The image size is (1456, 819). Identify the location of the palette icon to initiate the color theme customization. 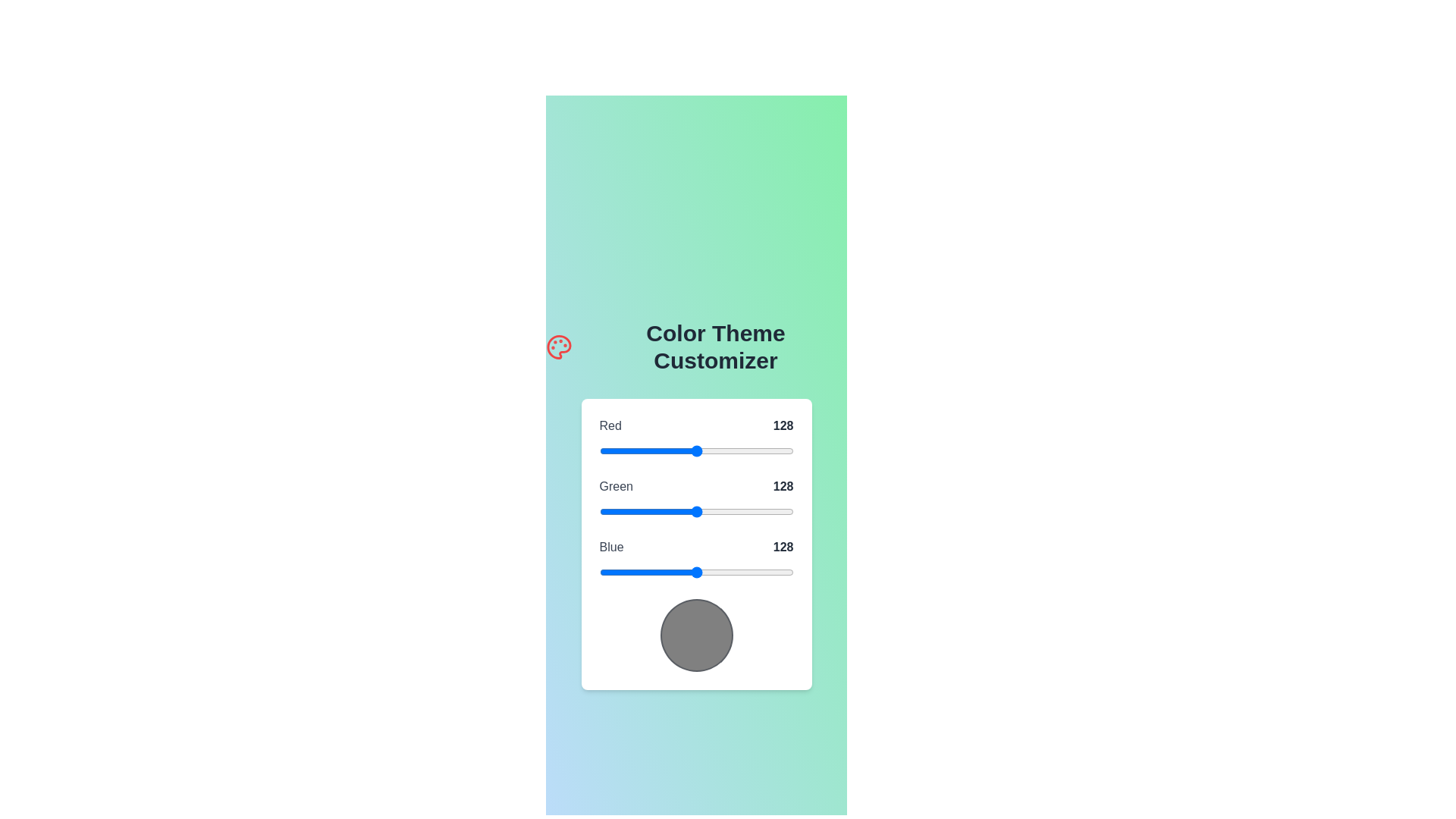
(558, 347).